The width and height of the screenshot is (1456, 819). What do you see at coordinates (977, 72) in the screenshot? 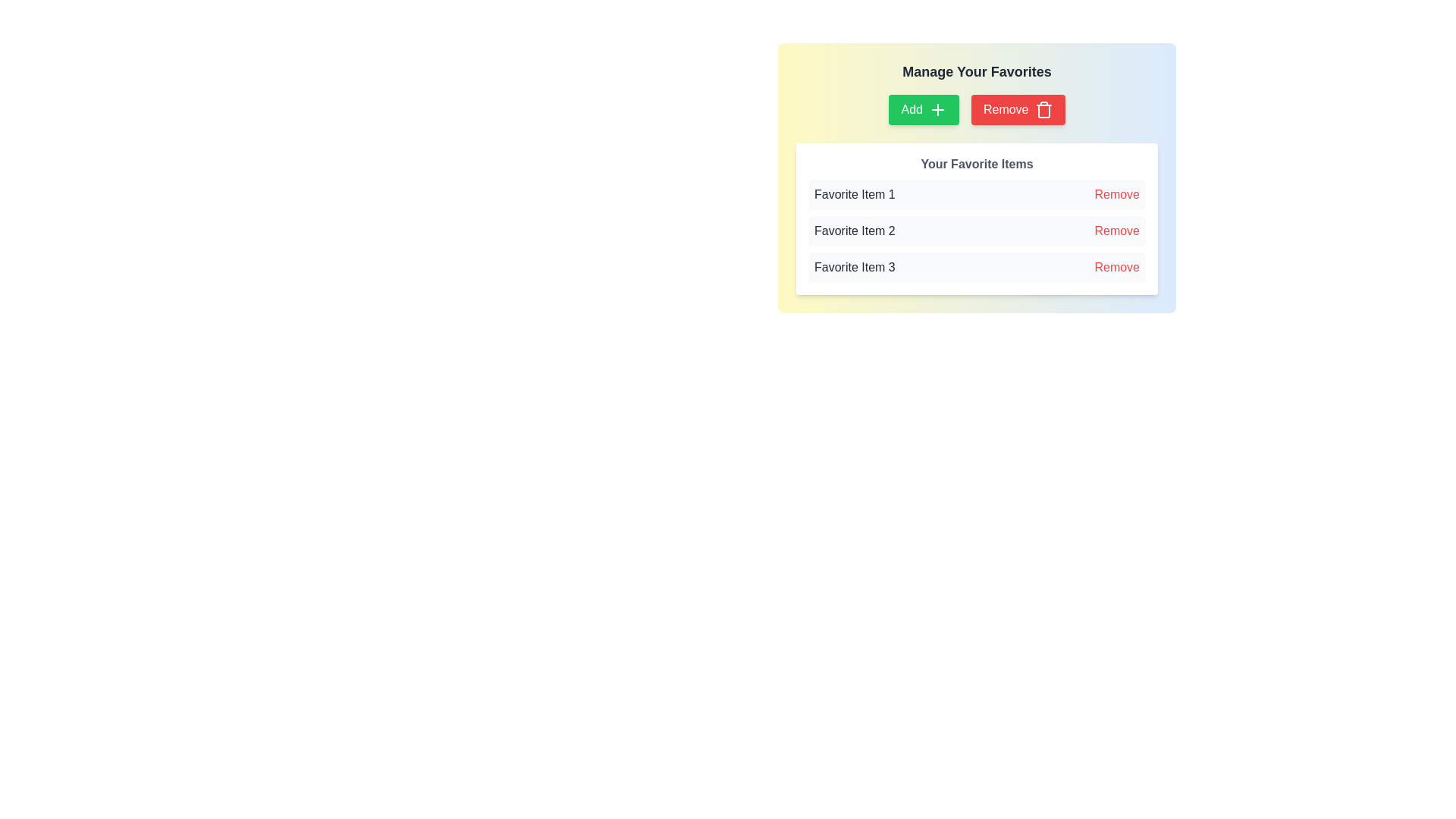
I see `the title Text element that indicates the section's context, located above the 'Add' and 'Remove' buttons` at bounding box center [977, 72].